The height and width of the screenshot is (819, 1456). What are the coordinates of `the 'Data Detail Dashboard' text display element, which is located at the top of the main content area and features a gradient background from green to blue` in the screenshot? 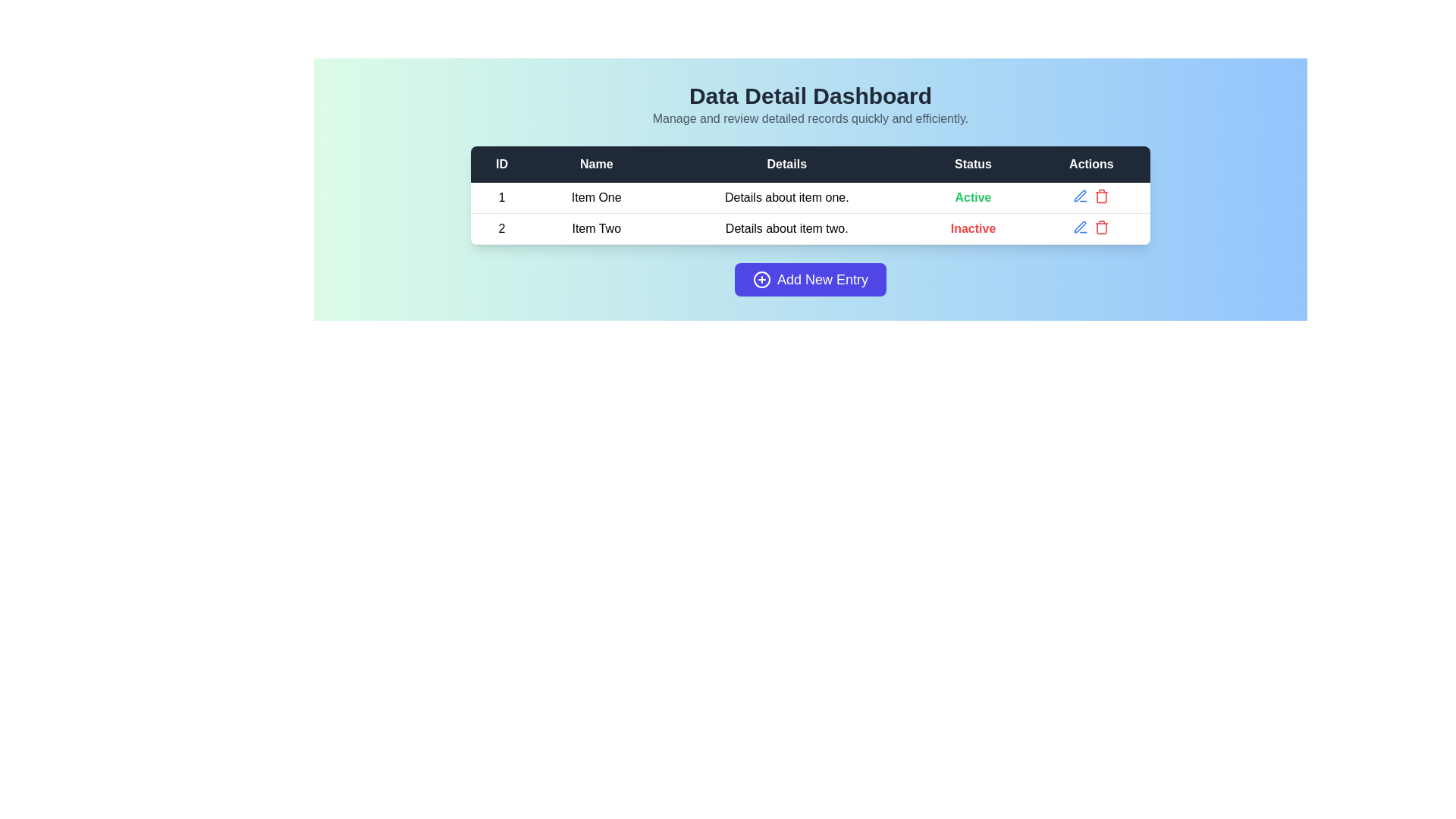 It's located at (810, 104).